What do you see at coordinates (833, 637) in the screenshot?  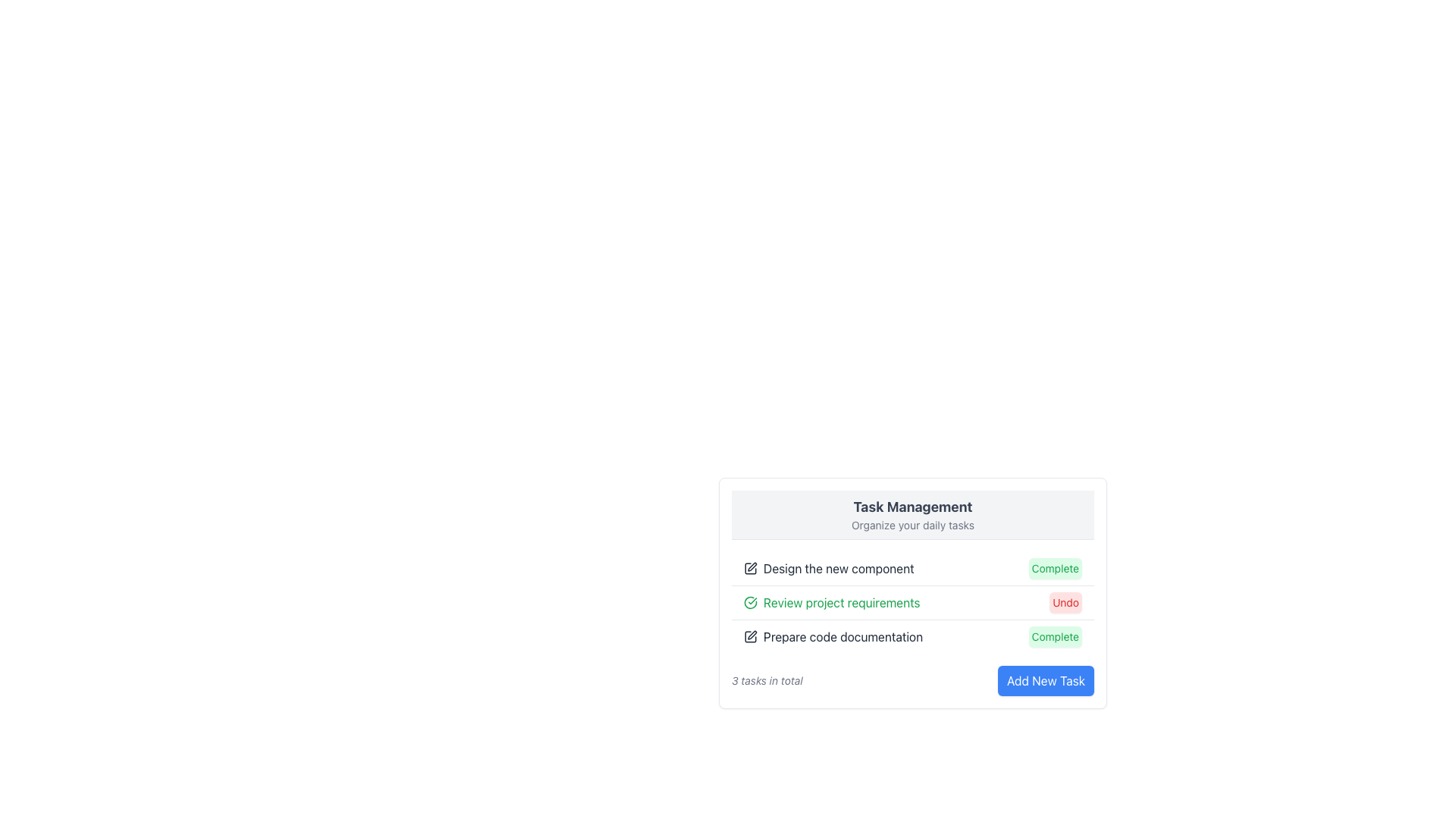 I see `text label 'Prepare code documentation' which is styled in dark gray and indicates importance, located in the third row of the task list under 'Task Management'` at bounding box center [833, 637].